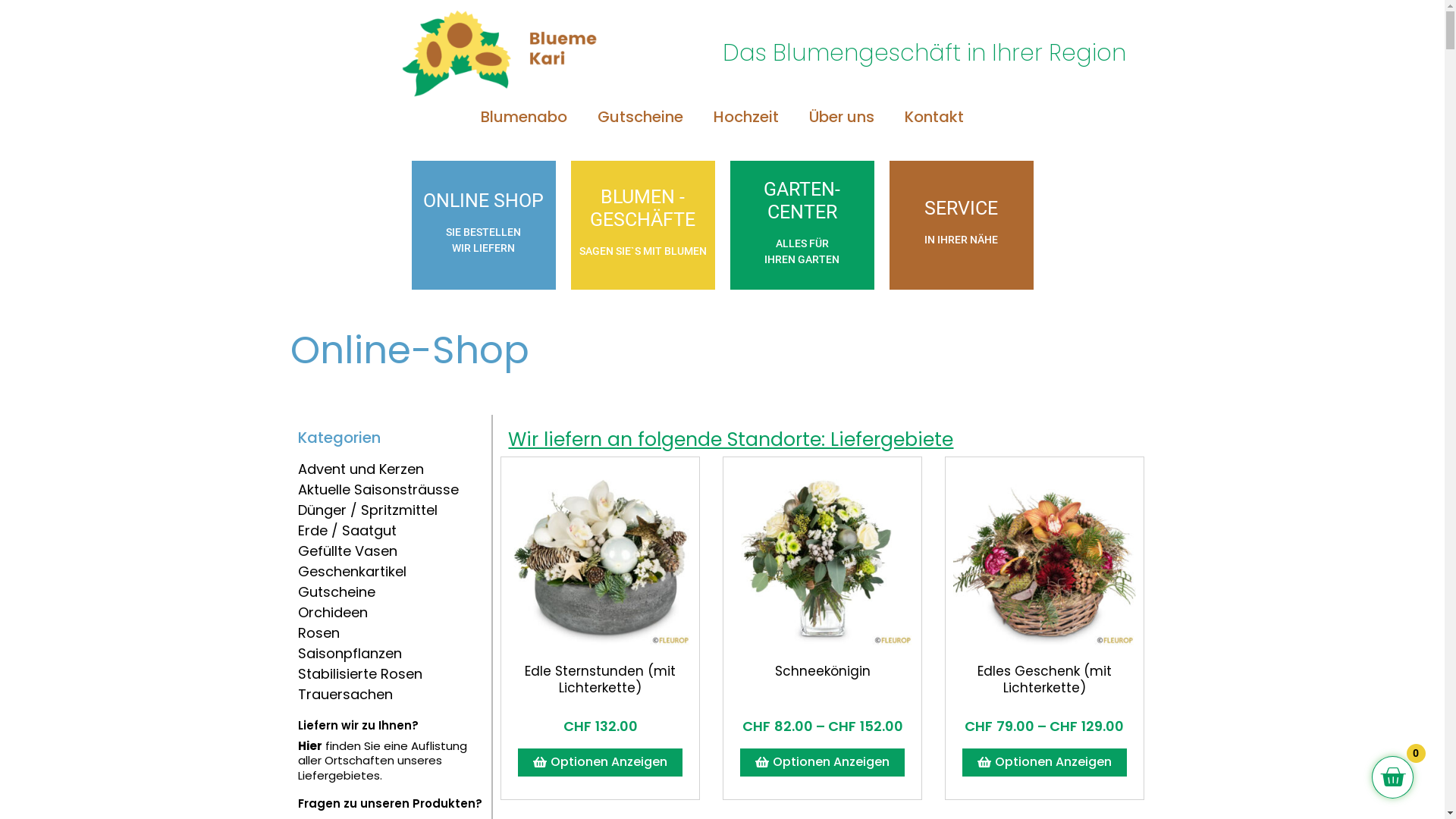  Describe the element at coordinates (508, 439) in the screenshot. I see `'Wir liefern an folgende Standorte: Liefergebiete'` at that location.